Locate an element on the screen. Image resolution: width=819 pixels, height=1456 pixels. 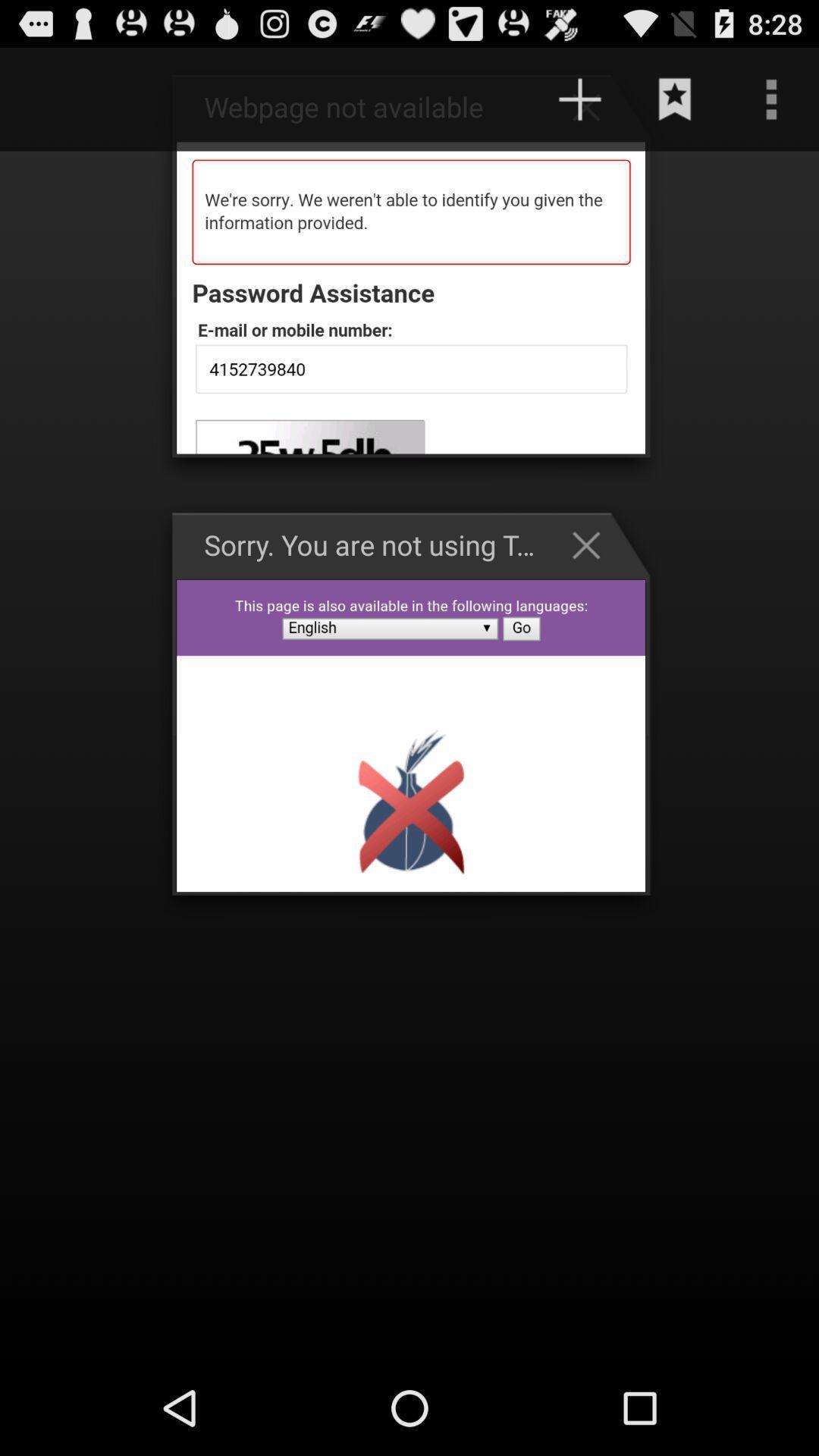
the add icon is located at coordinates (579, 105).